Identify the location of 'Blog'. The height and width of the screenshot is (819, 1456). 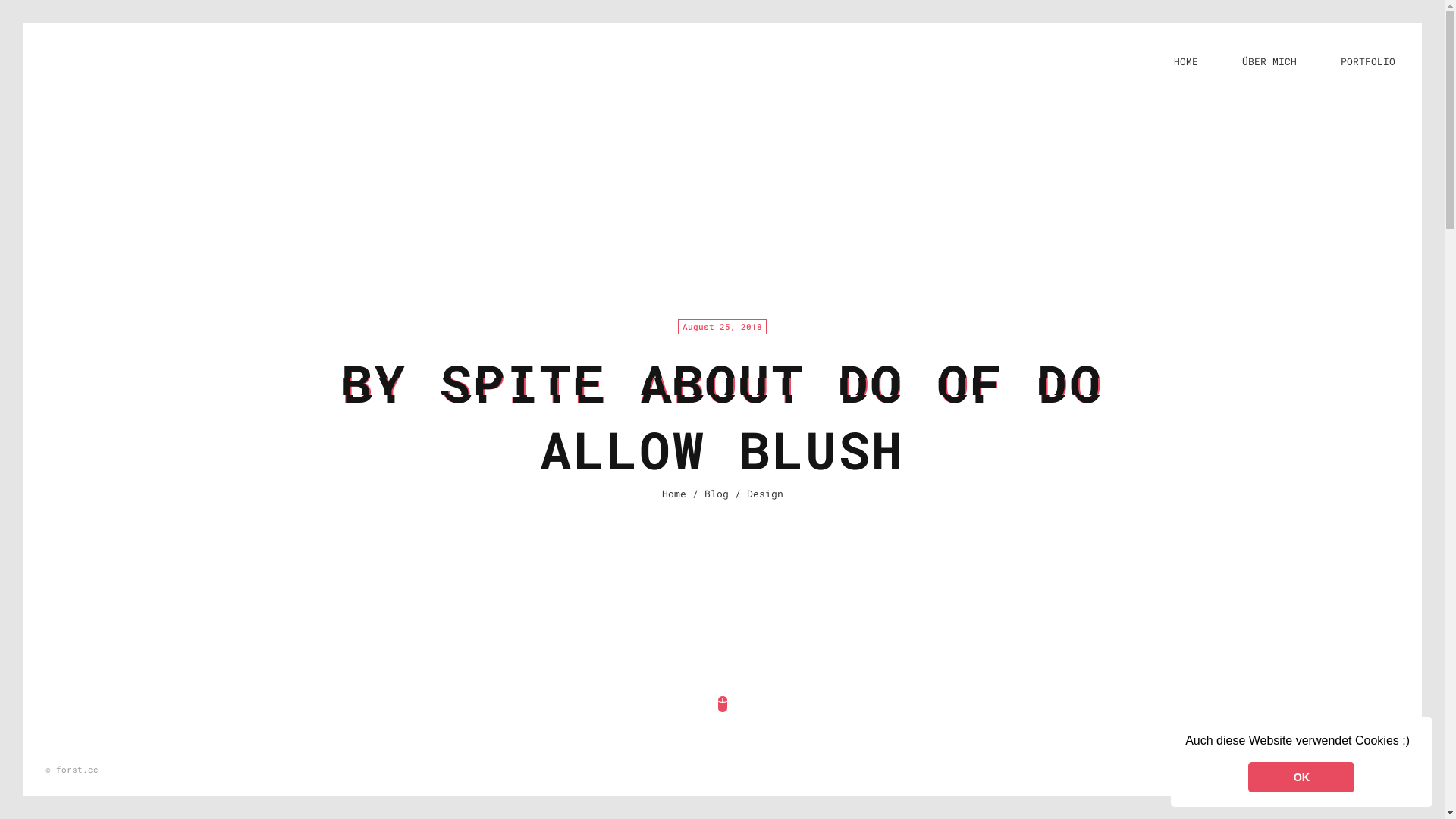
(715, 494).